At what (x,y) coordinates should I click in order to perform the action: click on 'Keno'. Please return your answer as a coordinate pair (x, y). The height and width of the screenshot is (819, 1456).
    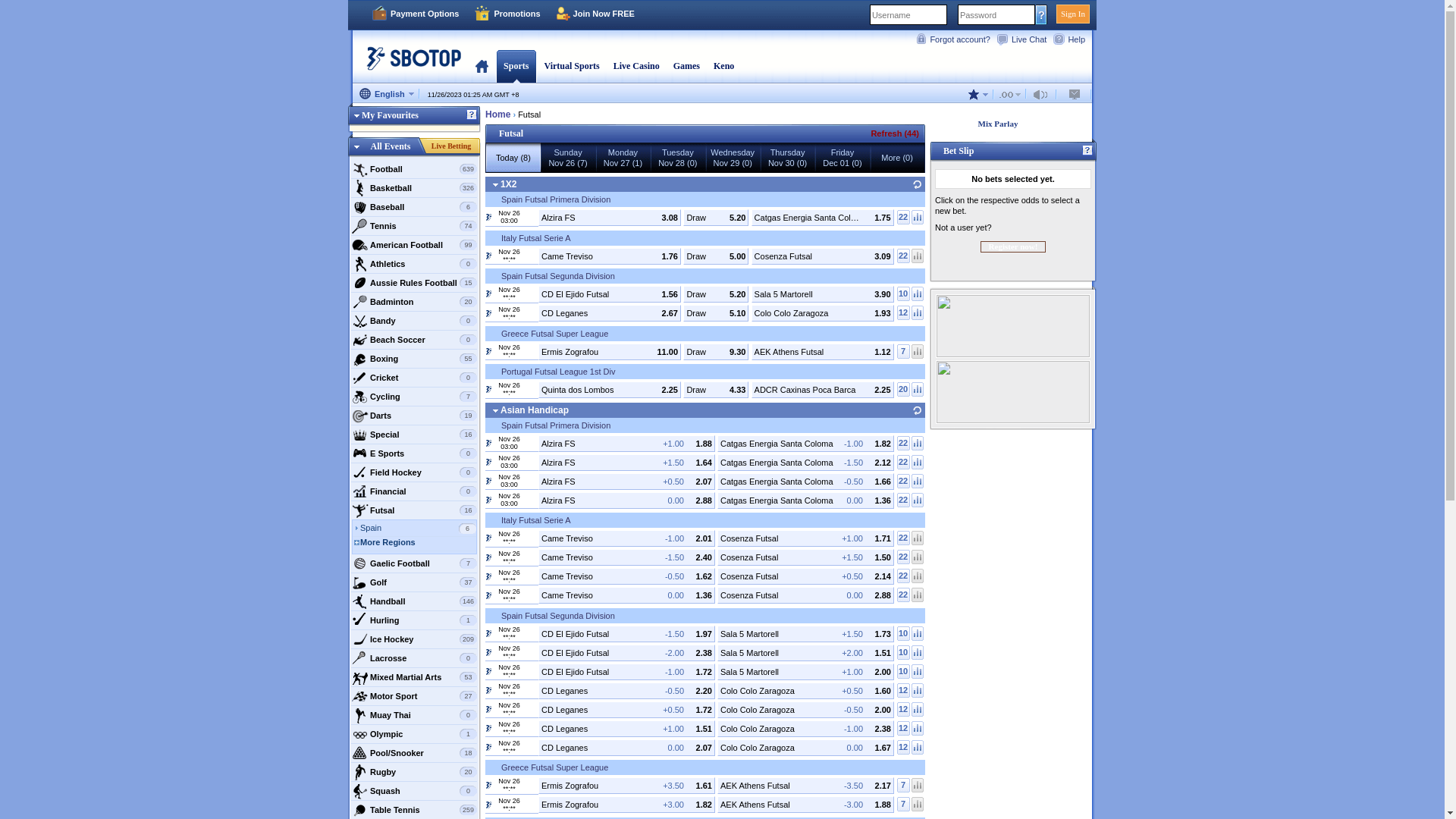
    Looking at the image, I should click on (723, 65).